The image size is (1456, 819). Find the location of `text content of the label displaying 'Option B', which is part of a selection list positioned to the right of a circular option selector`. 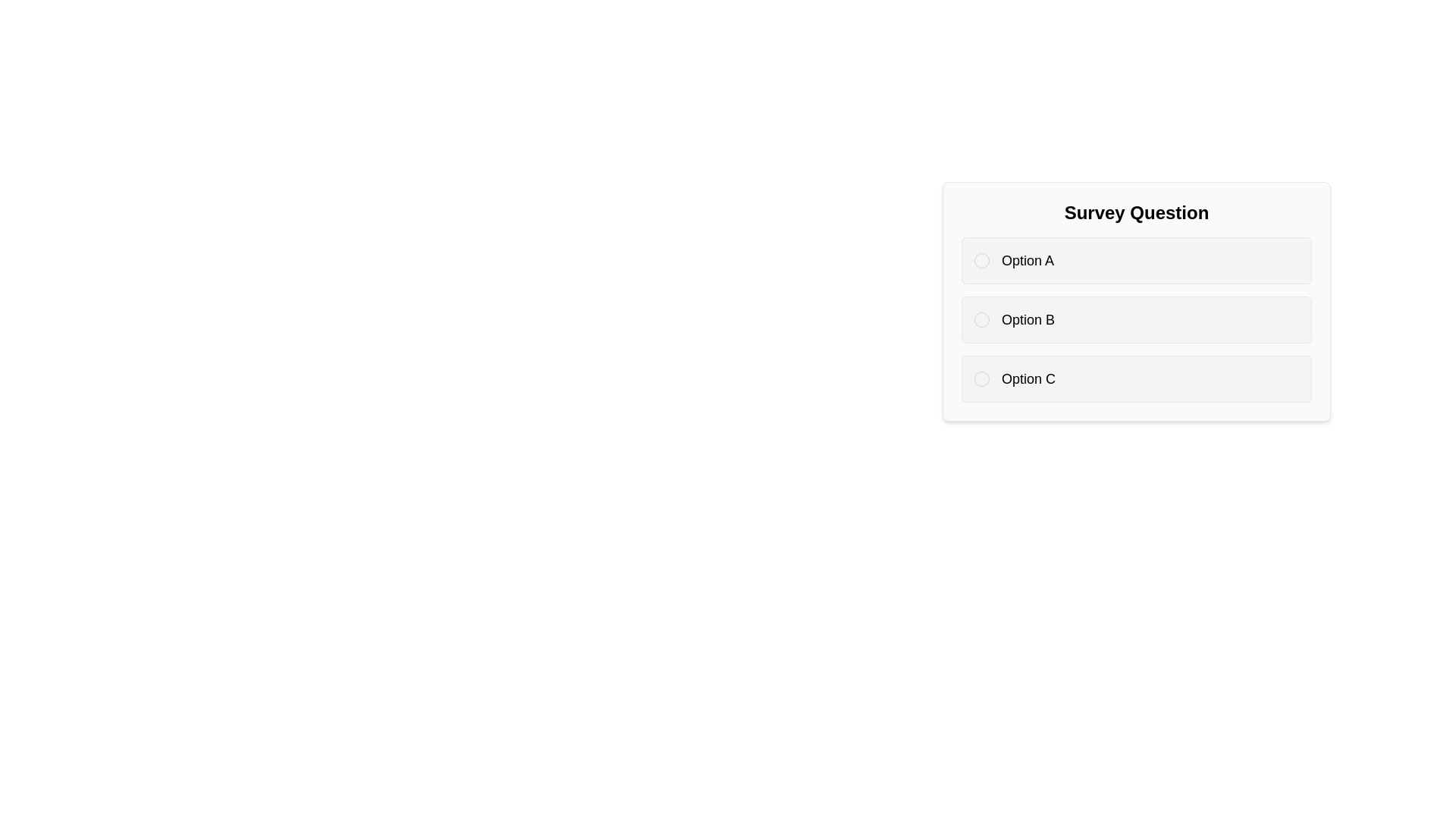

text content of the label displaying 'Option B', which is part of a selection list positioned to the right of a circular option selector is located at coordinates (1028, 318).